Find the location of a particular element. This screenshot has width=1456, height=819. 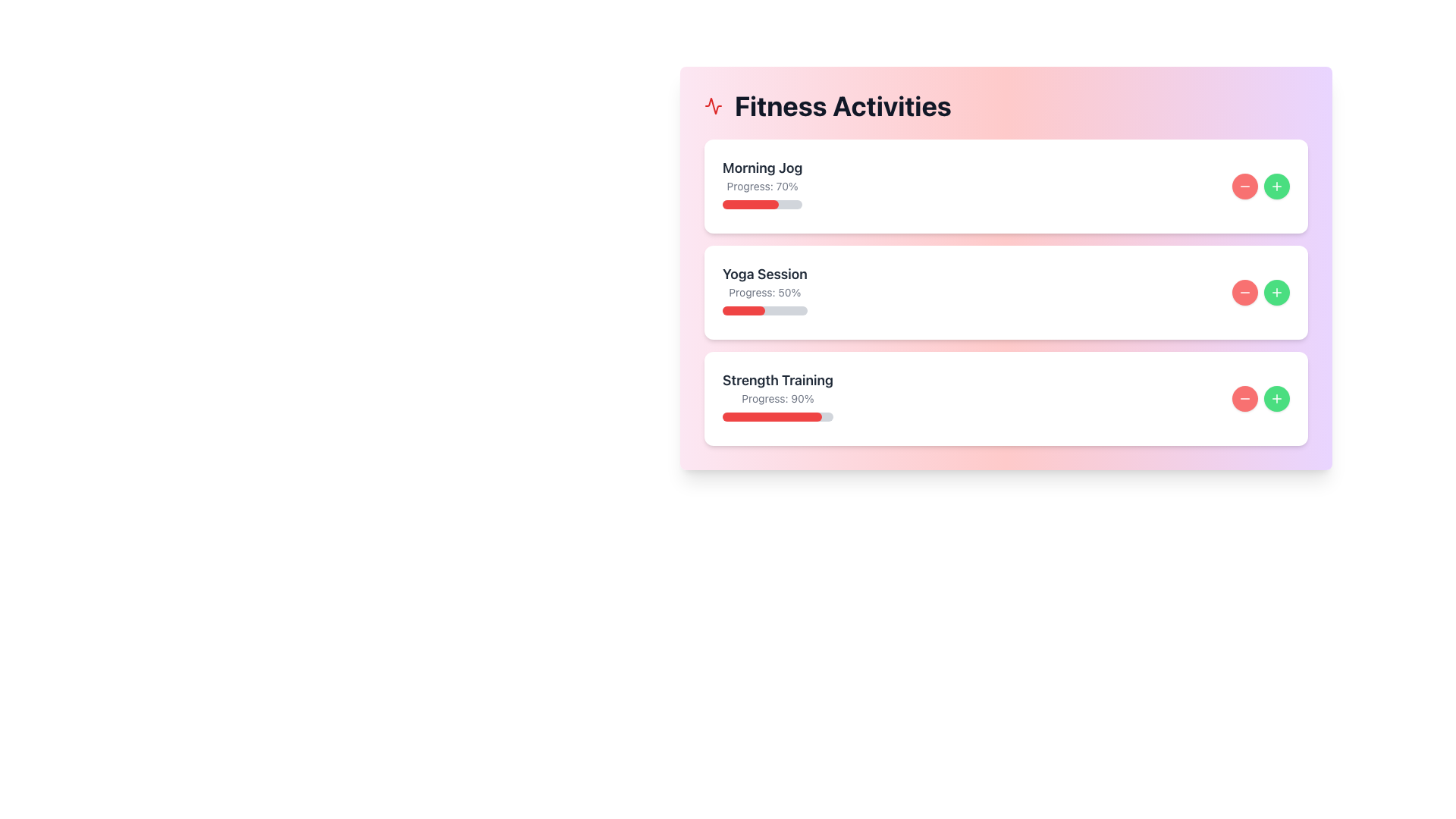

the second button in the third section of the 'Fitness Activities' card is located at coordinates (1276, 292).